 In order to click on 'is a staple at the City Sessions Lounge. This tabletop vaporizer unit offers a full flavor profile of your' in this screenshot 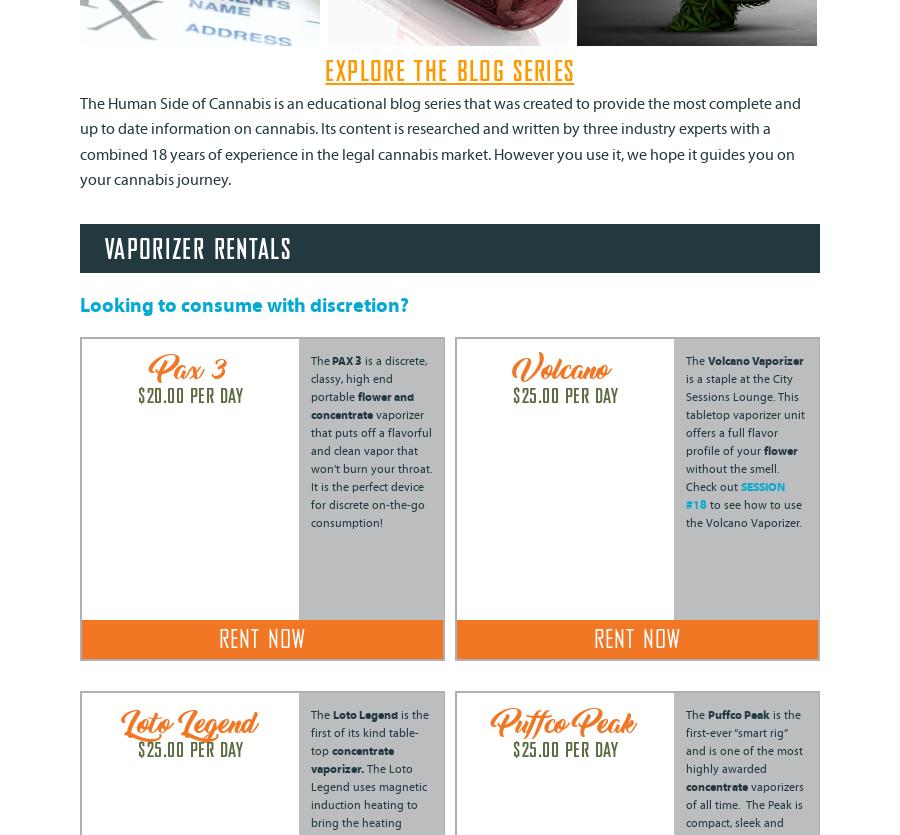, I will do `click(744, 414)`.